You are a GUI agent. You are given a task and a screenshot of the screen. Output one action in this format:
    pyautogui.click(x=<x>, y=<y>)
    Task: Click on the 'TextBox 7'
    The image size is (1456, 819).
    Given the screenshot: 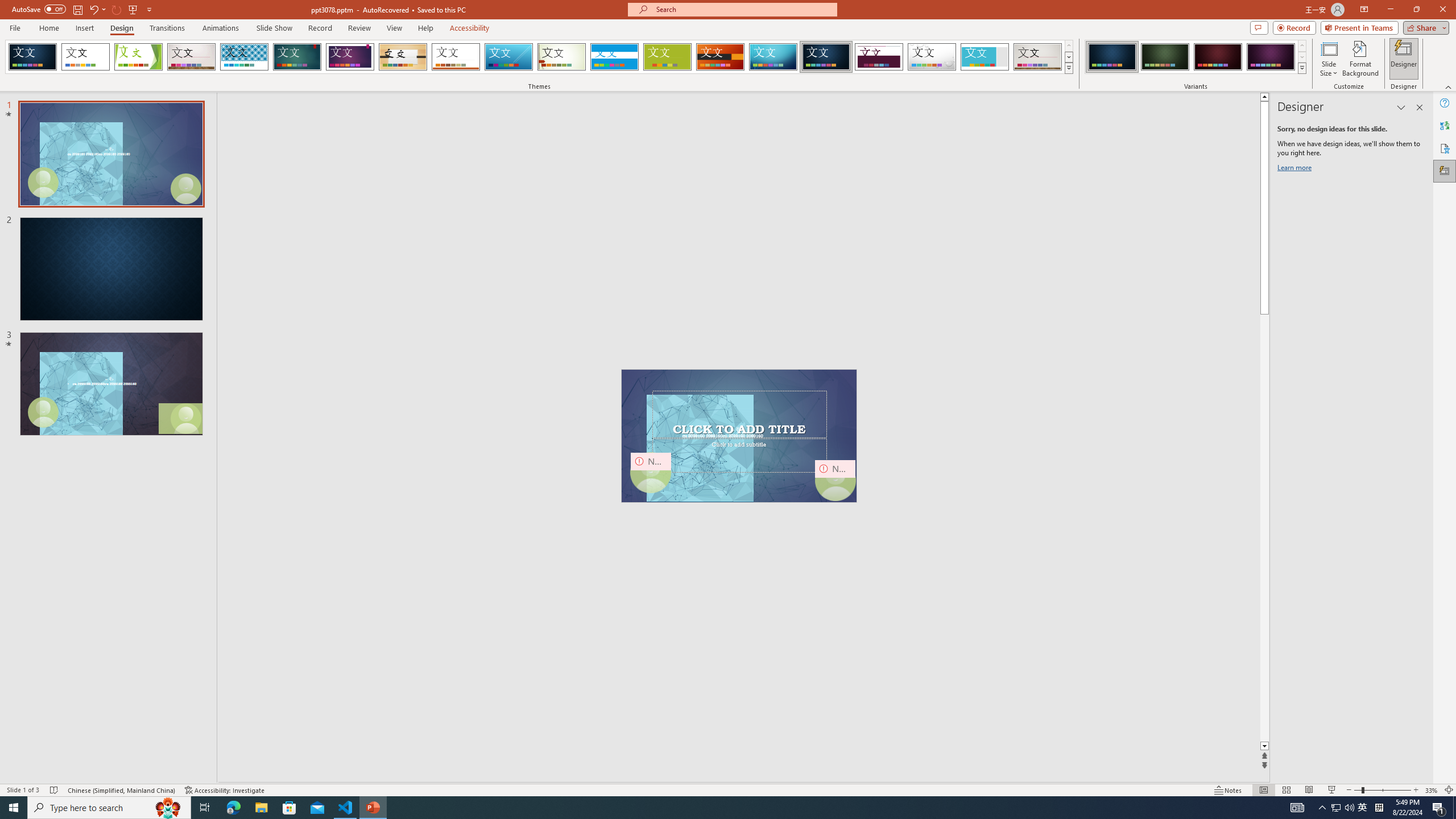 What is the action you would take?
    pyautogui.click(x=737, y=429)
    